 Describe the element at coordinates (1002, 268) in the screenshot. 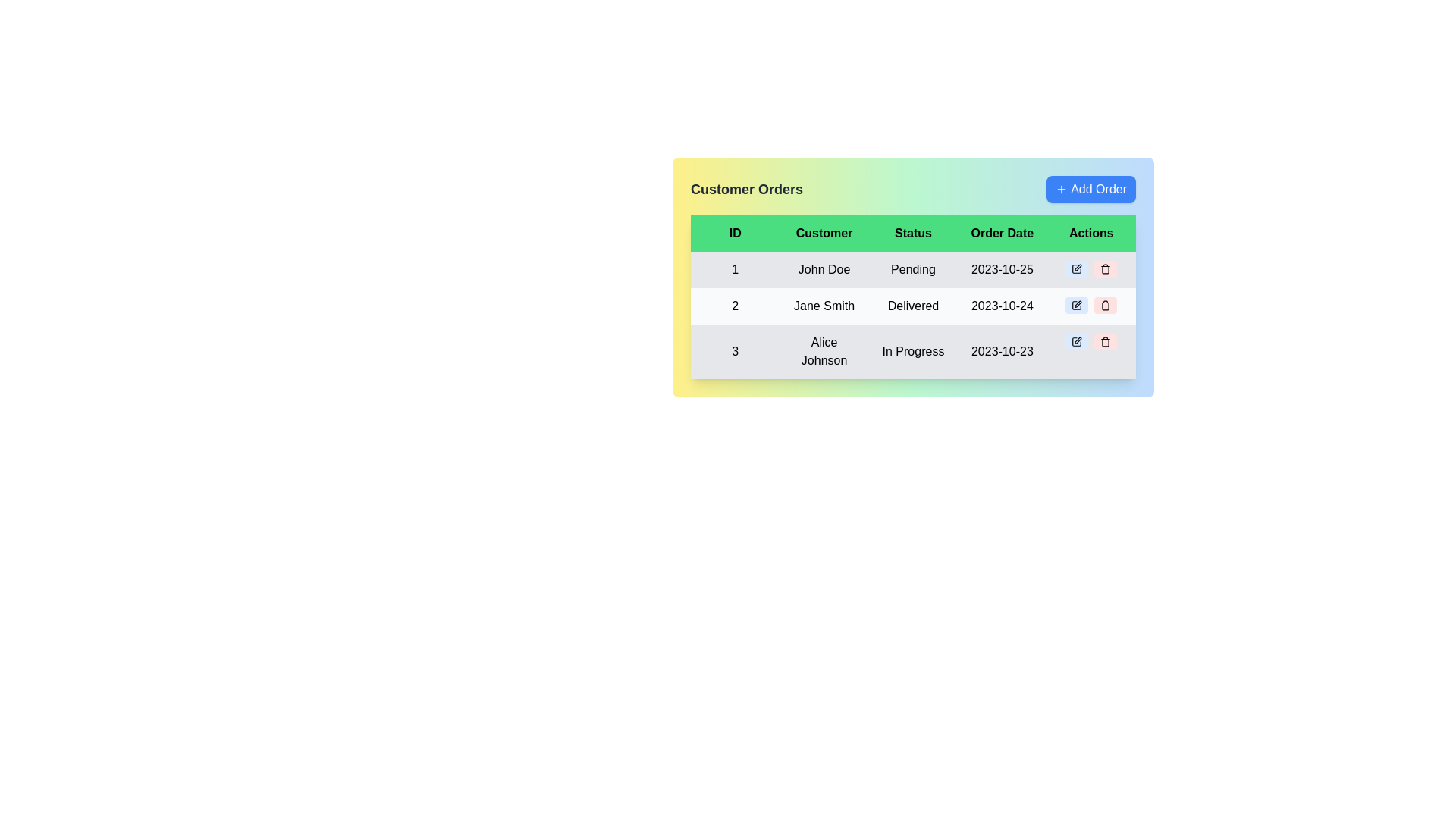

I see `the text label displaying the date '2023-10-25' in the first row of the table for customer 'John Doe'` at that location.